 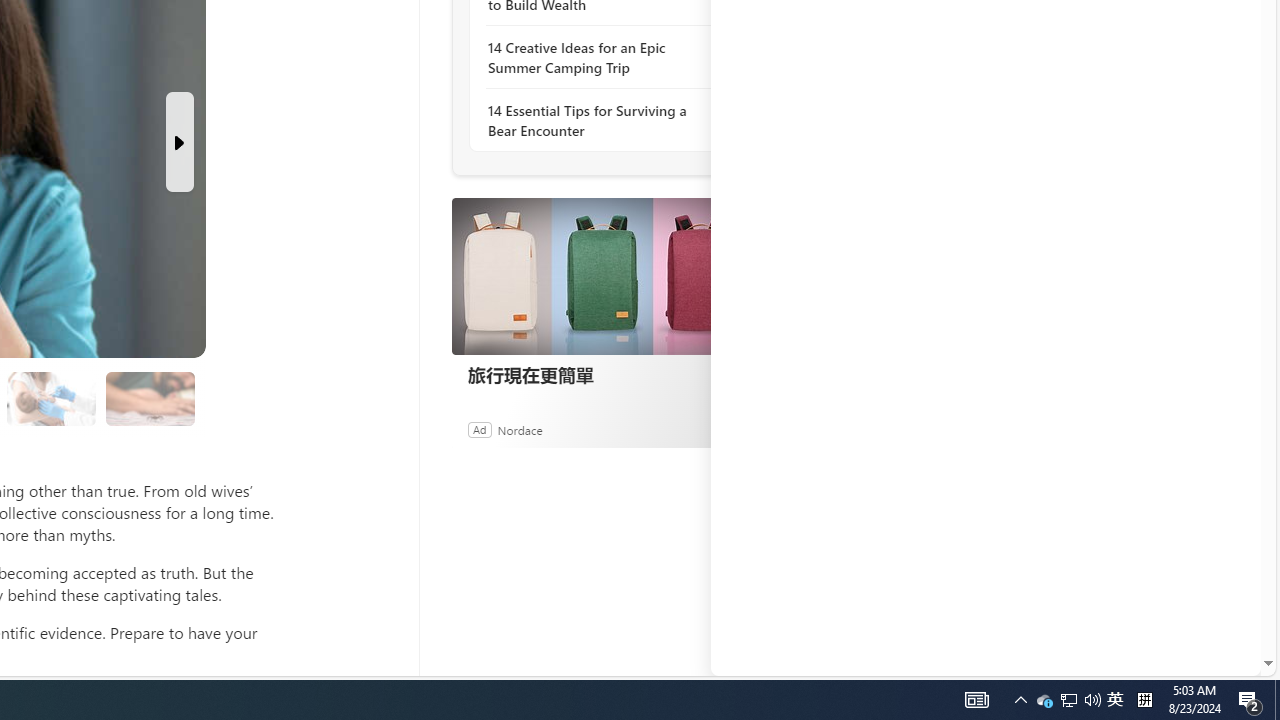 I want to click on '14 Essential Tips for Surviving a Bear Encounter', so click(x=595, y=120).